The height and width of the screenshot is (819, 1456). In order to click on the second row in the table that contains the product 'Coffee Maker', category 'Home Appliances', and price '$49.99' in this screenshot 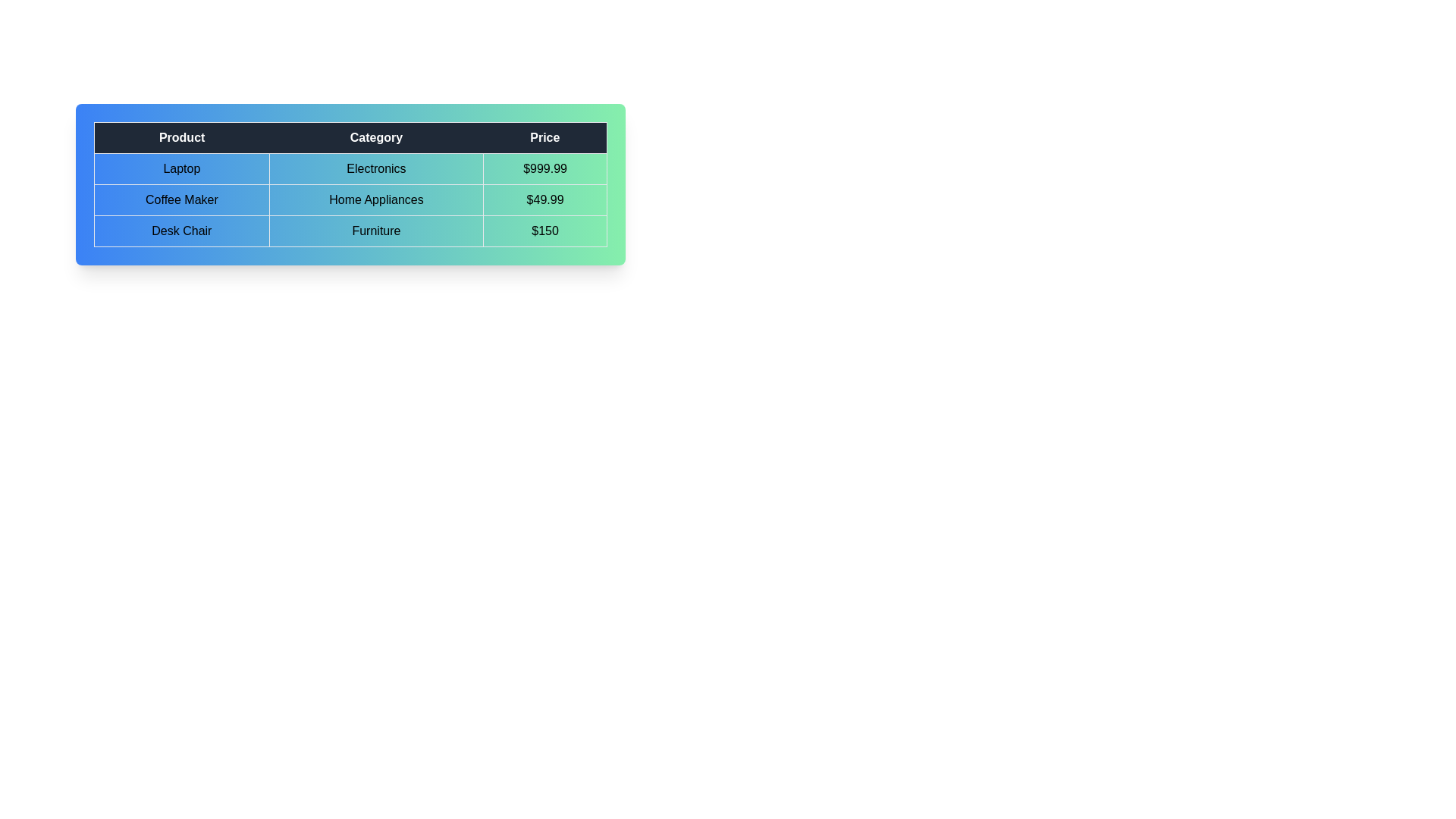, I will do `click(350, 199)`.